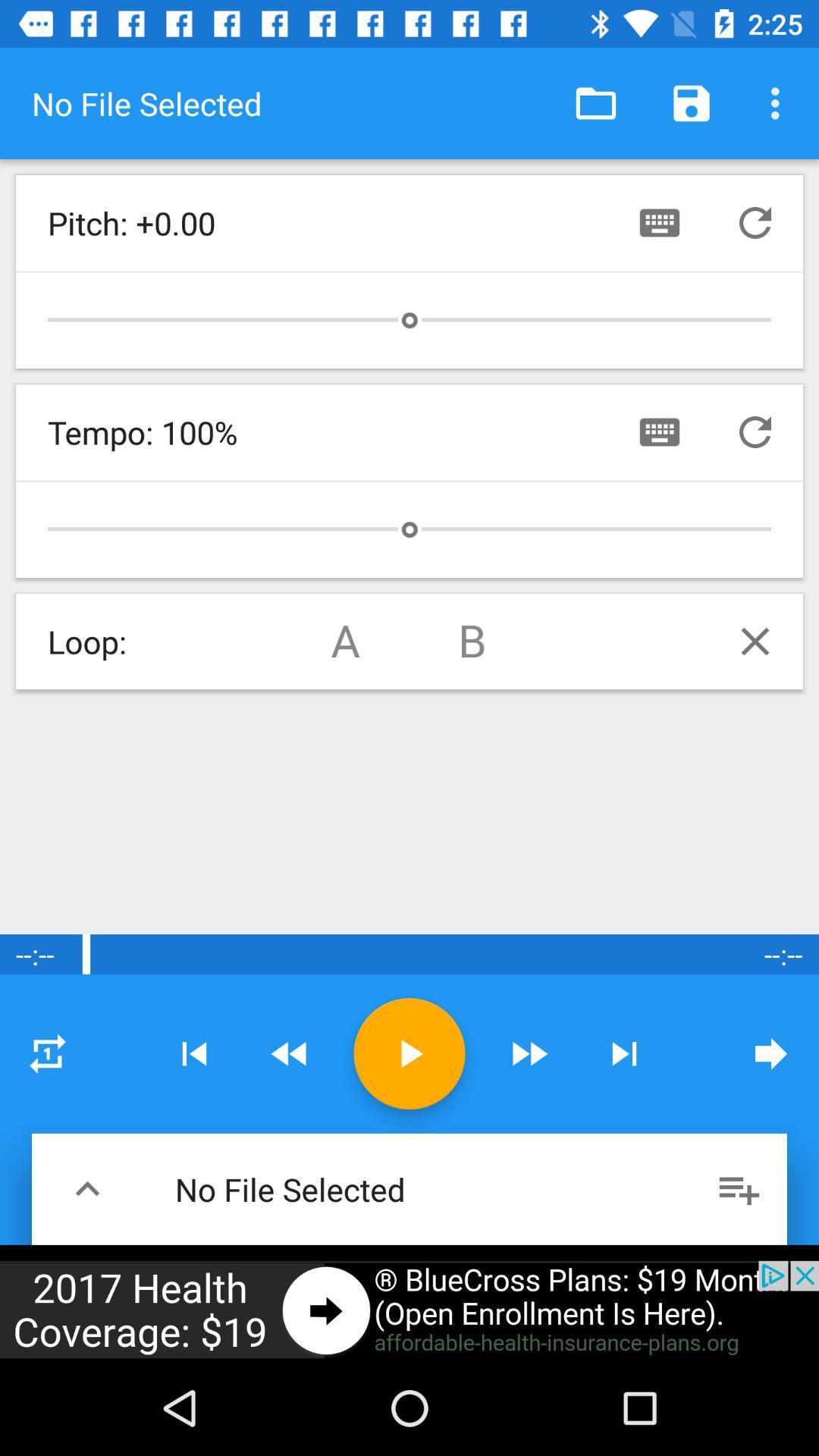 Image resolution: width=819 pixels, height=1456 pixels. I want to click on the skip_next icon, so click(624, 1053).